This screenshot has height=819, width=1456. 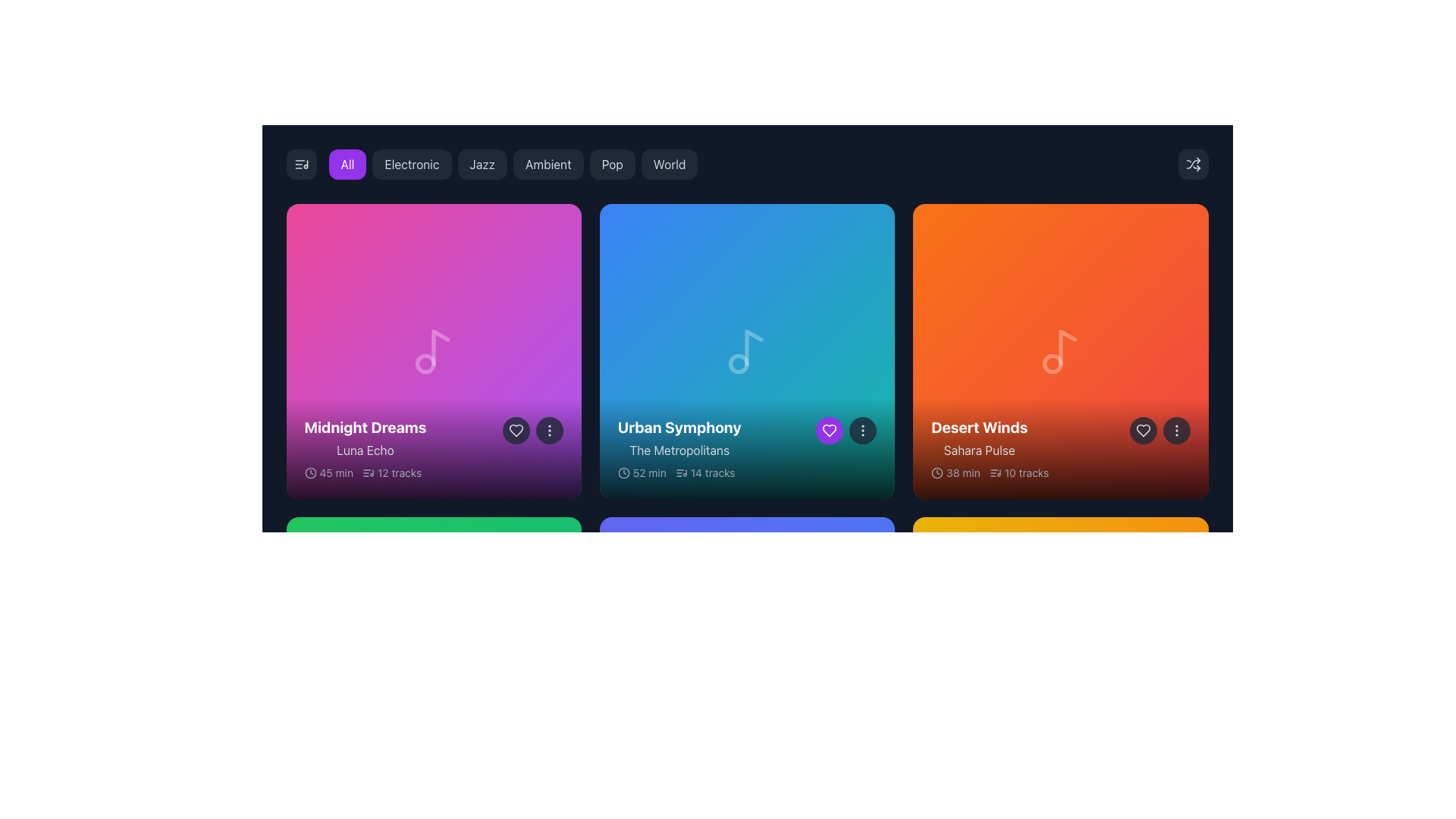 I want to click on the first button on the navigation bar that toggles or displays the music list or playlist view, so click(x=301, y=164).